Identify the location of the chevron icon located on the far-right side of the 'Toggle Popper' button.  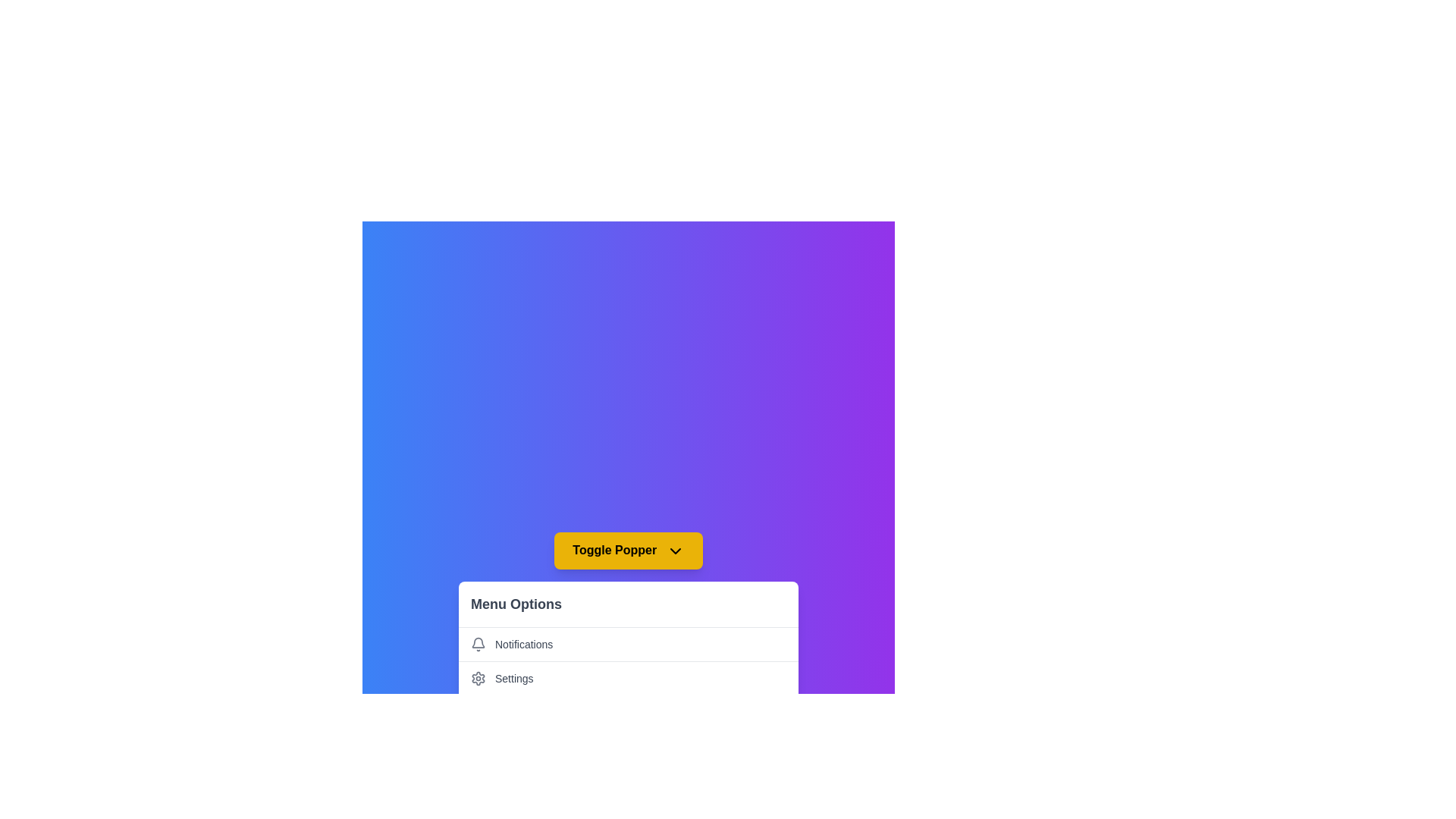
(674, 551).